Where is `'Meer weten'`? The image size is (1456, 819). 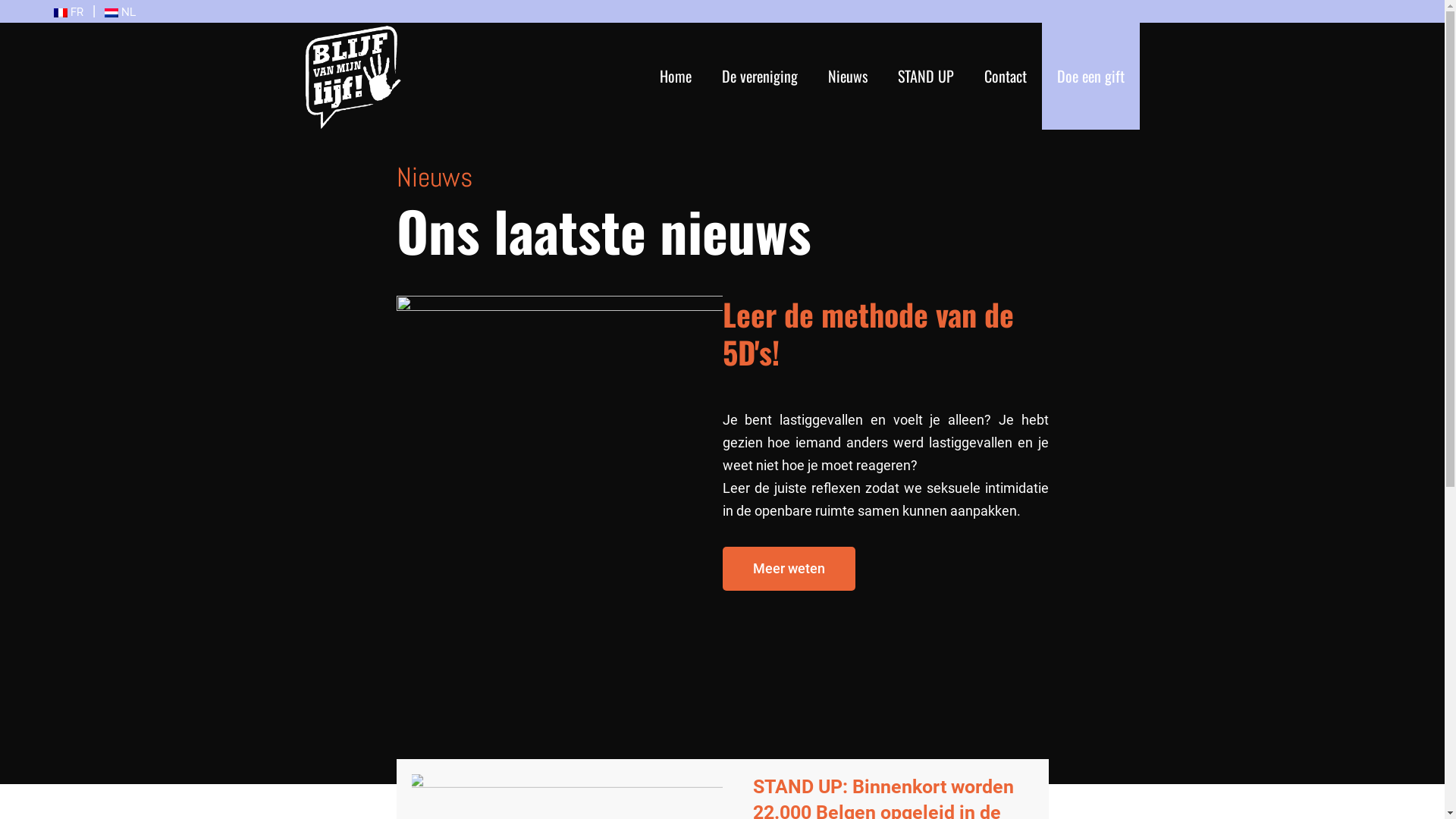
'Meer weten' is located at coordinates (788, 567).